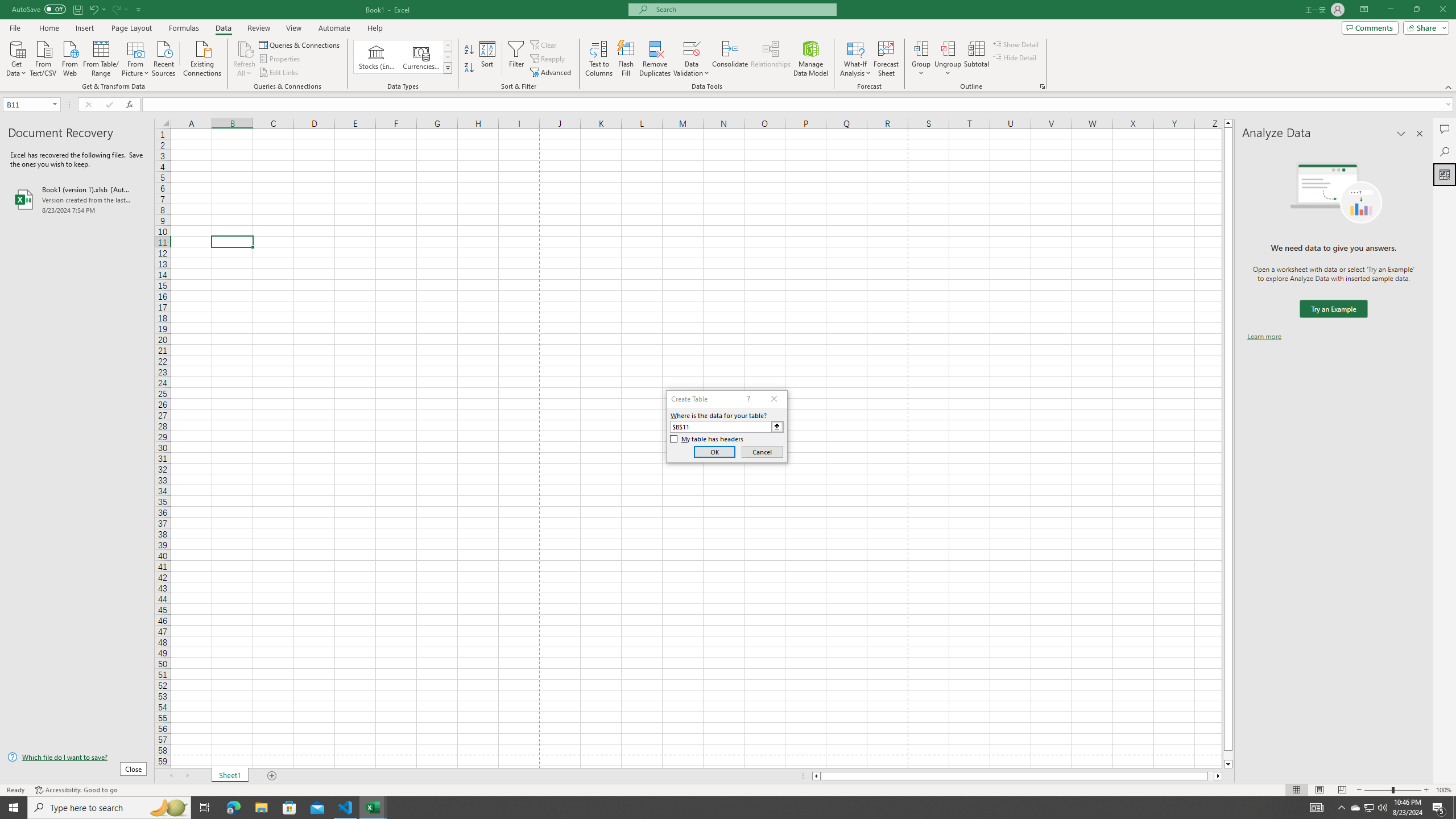  What do you see at coordinates (1015, 56) in the screenshot?
I see `'Hide Detail'` at bounding box center [1015, 56].